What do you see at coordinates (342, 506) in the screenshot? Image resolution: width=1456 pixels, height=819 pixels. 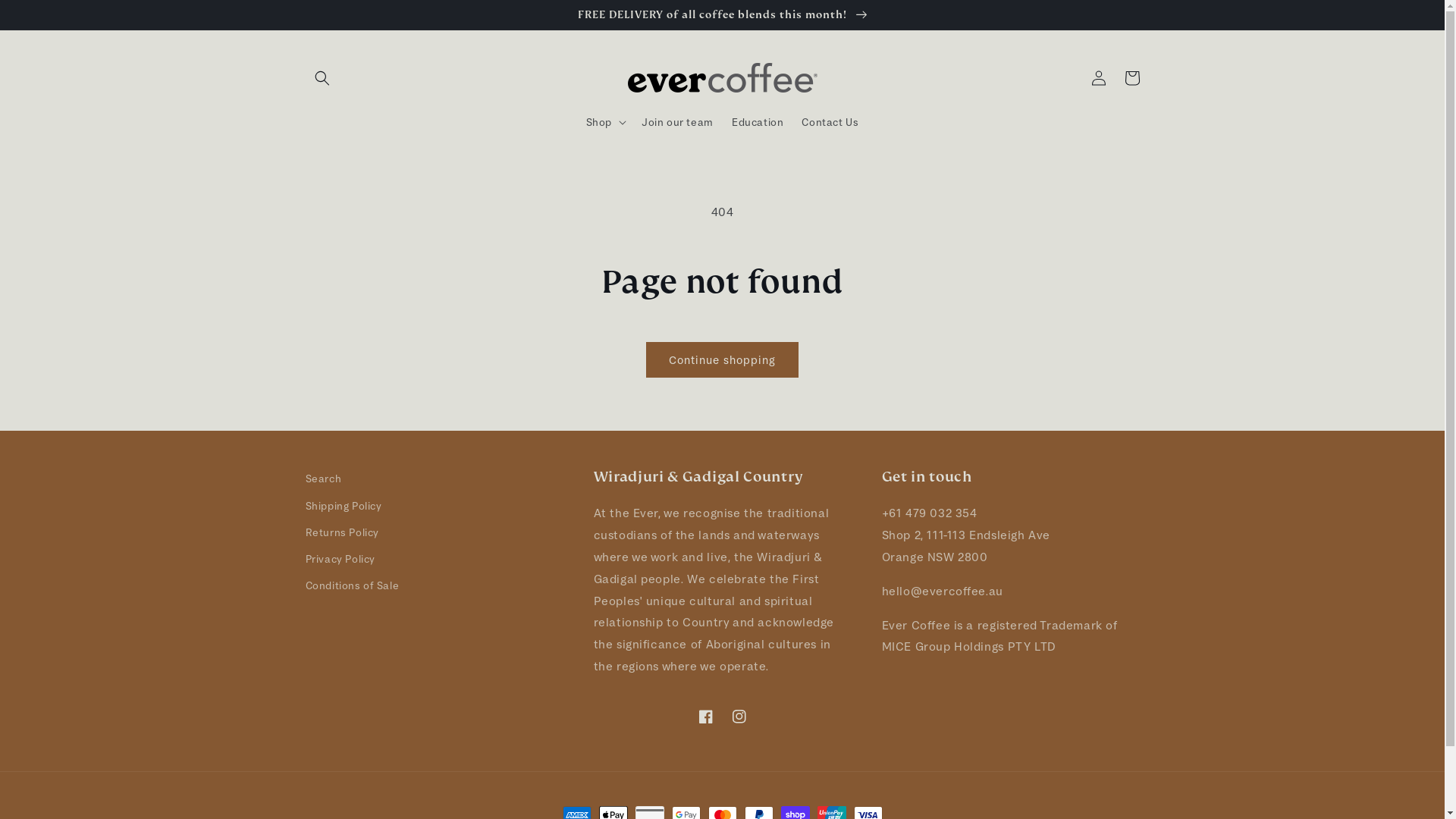 I see `'Shipping Policy'` at bounding box center [342, 506].